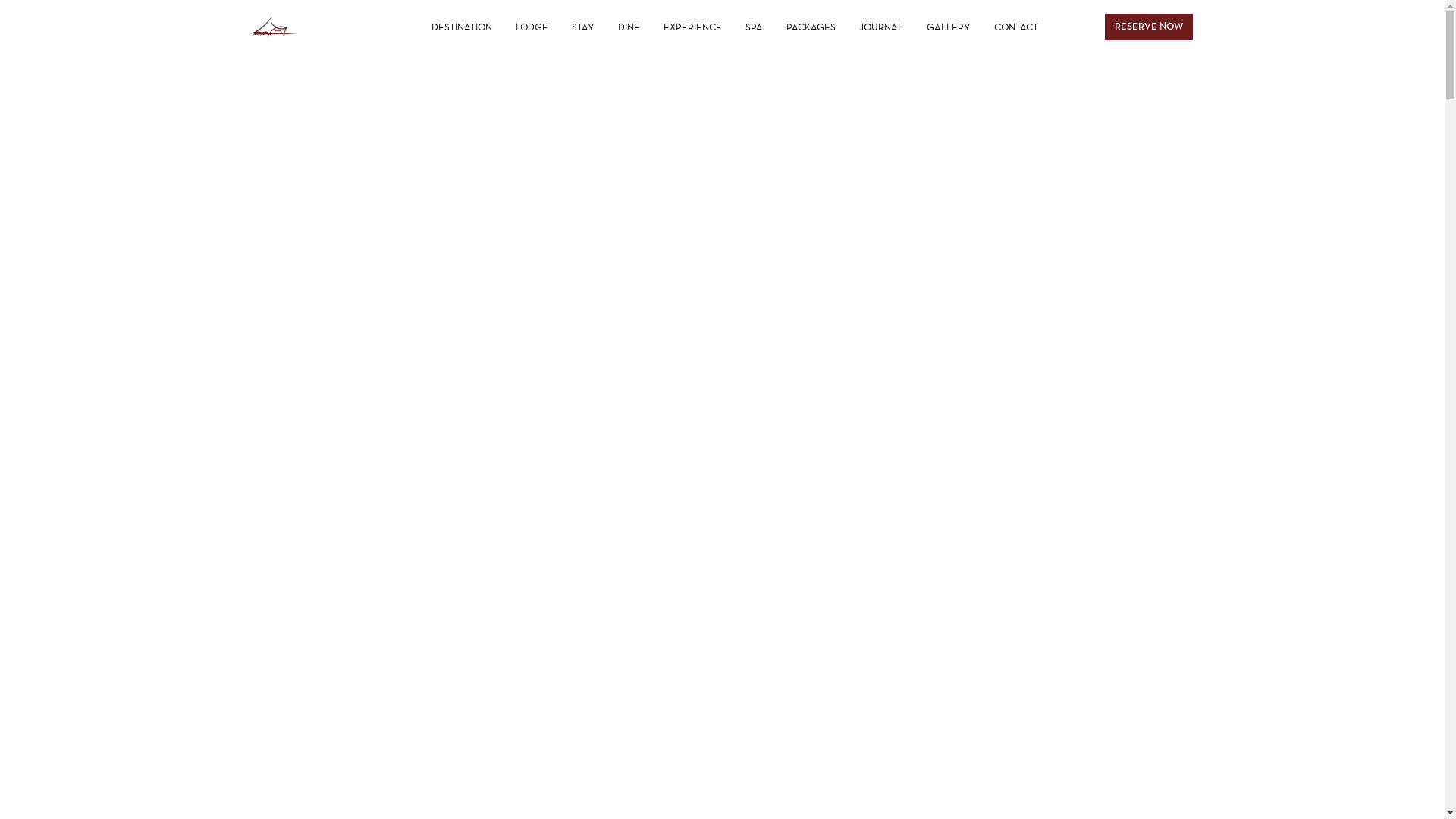 Image resolution: width=1456 pixels, height=819 pixels. Describe the element at coordinates (652, 27) in the screenshot. I see `'EXPERIENCE'` at that location.